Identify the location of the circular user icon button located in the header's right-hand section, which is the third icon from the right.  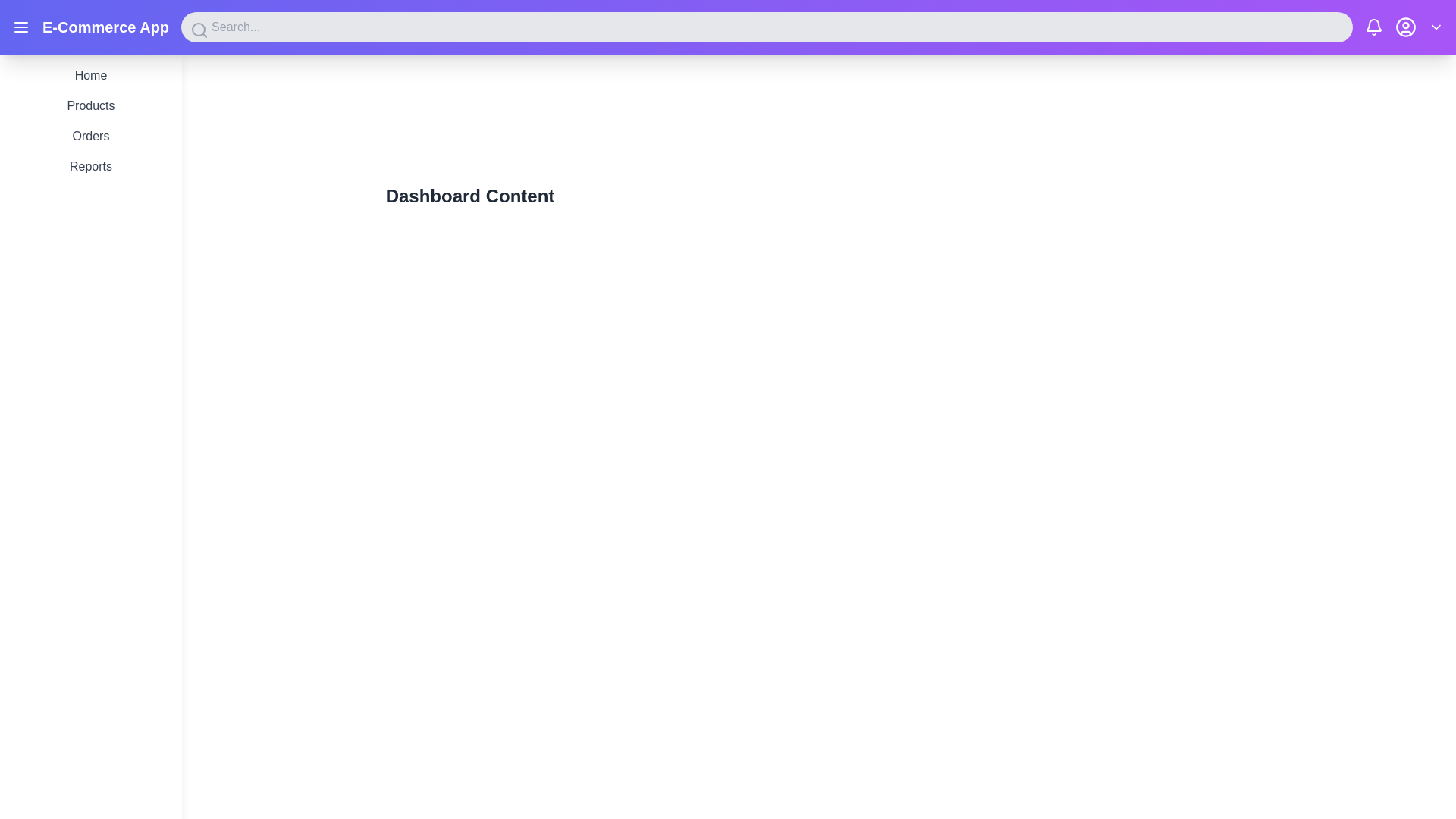
(1404, 27).